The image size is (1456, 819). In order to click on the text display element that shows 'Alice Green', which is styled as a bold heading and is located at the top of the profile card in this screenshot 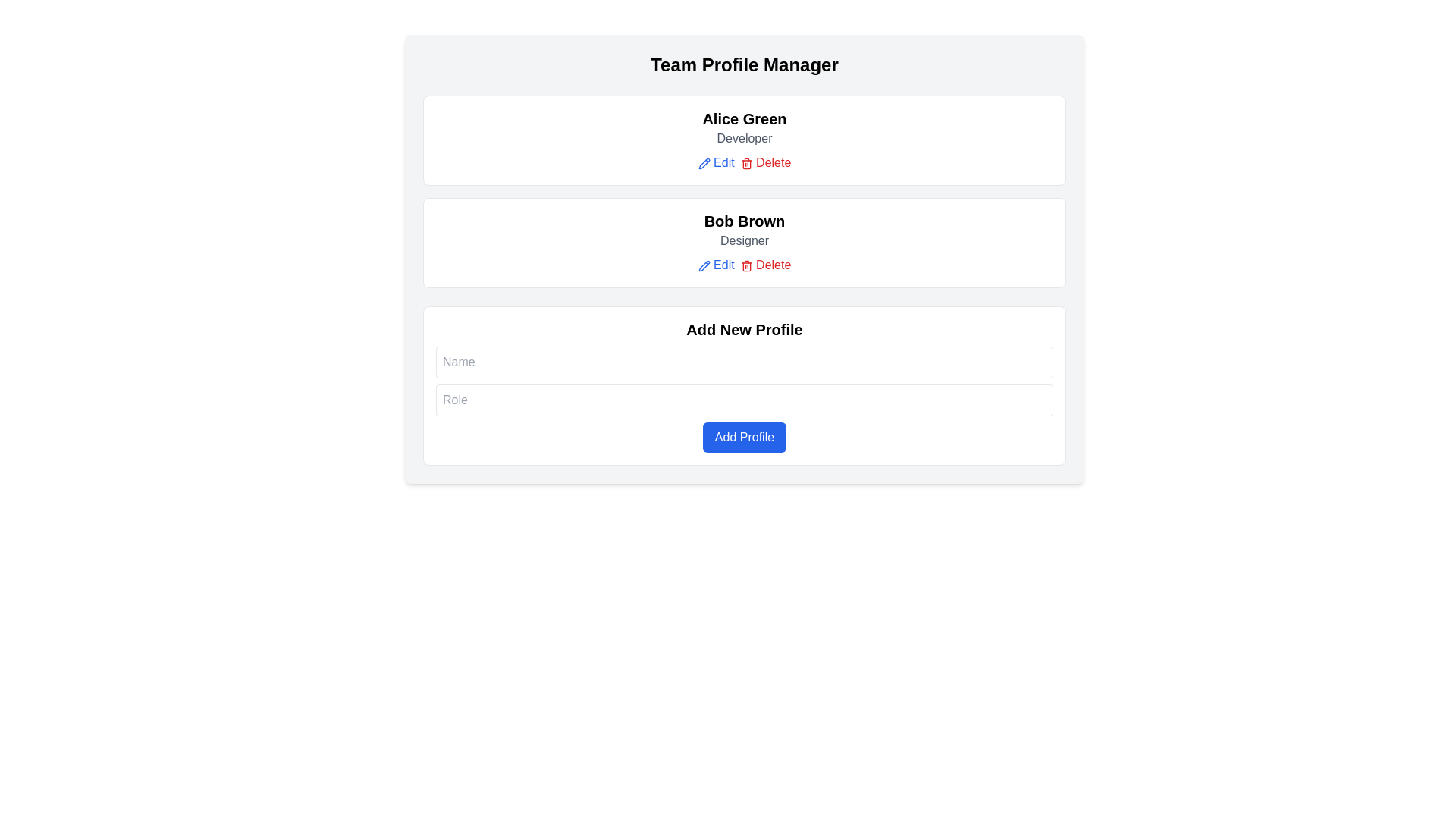, I will do `click(745, 118)`.